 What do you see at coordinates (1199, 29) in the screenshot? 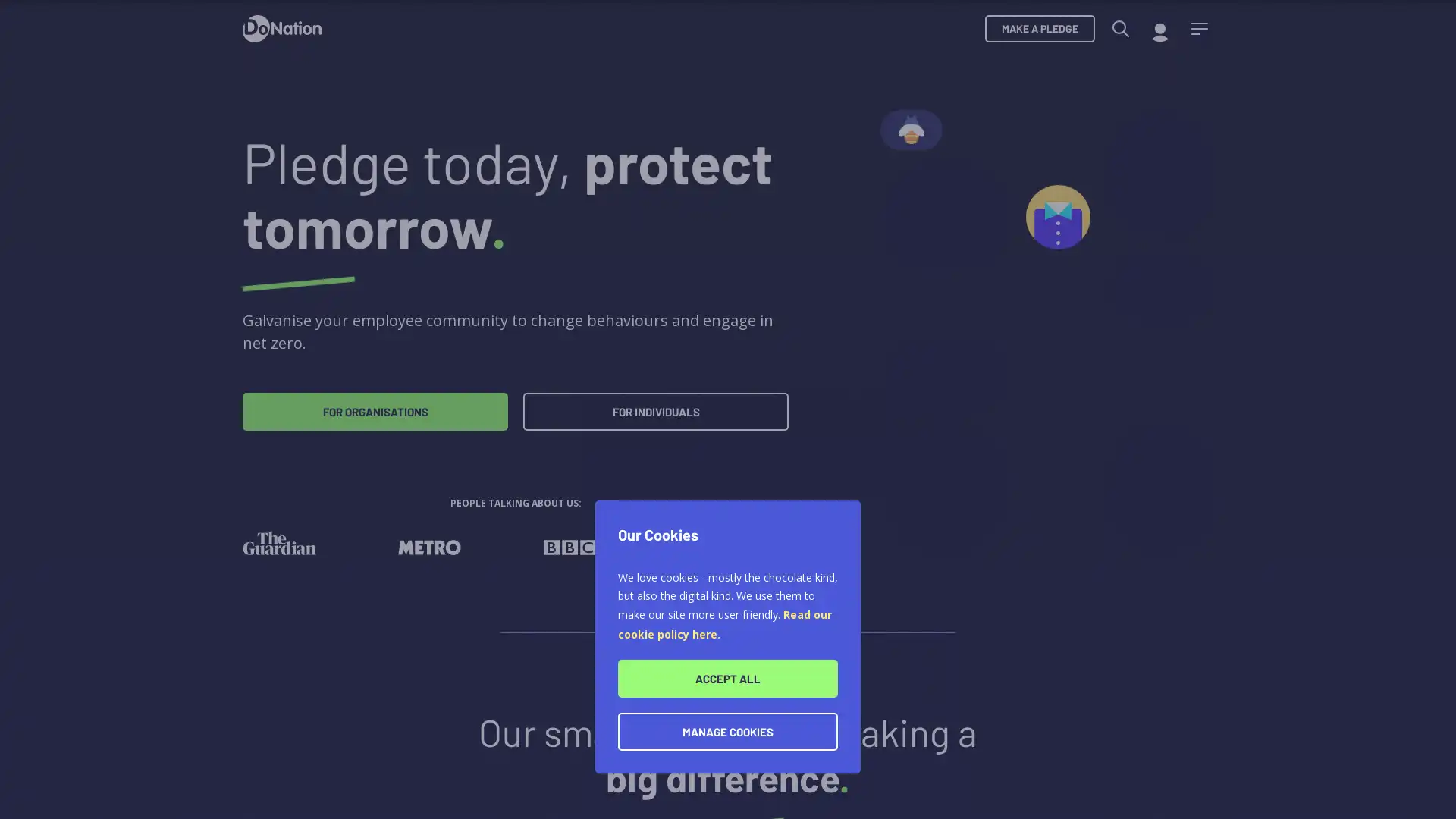
I see `Menu` at bounding box center [1199, 29].